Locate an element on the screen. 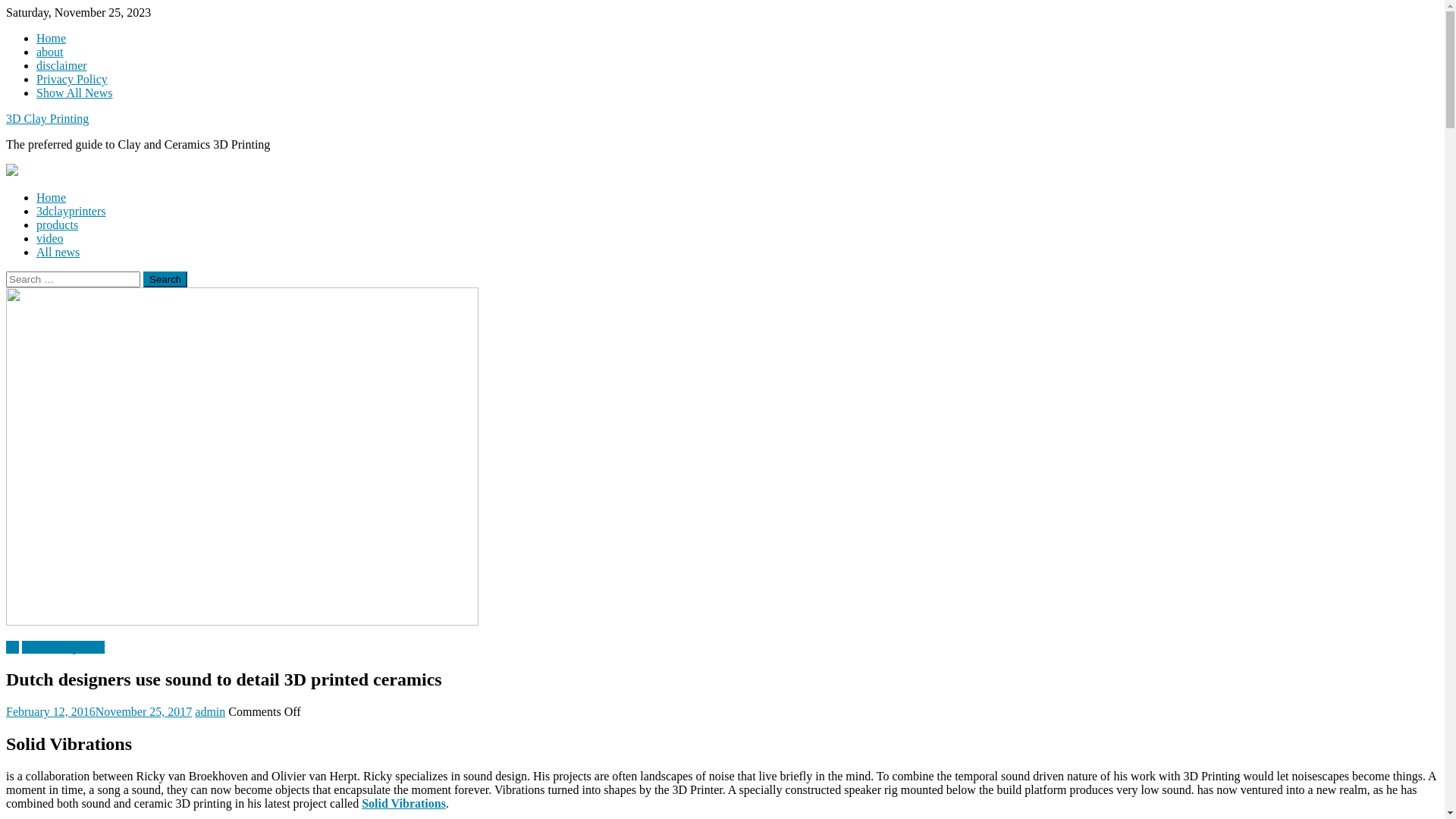 The image size is (1456, 819). 'Privacy Policy' is located at coordinates (36, 79).